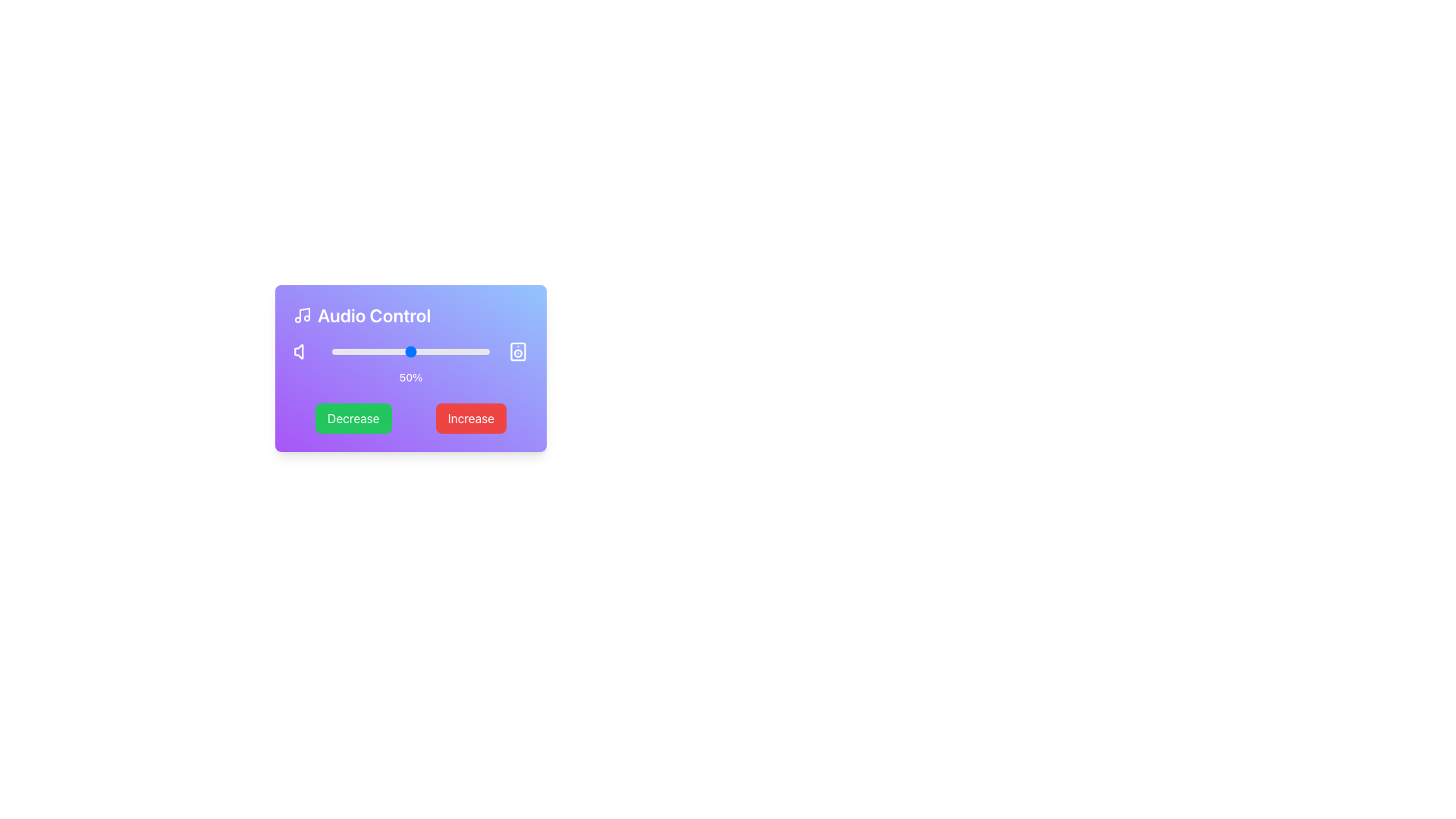 Image resolution: width=1456 pixels, height=819 pixels. I want to click on the slider, so click(463, 351).